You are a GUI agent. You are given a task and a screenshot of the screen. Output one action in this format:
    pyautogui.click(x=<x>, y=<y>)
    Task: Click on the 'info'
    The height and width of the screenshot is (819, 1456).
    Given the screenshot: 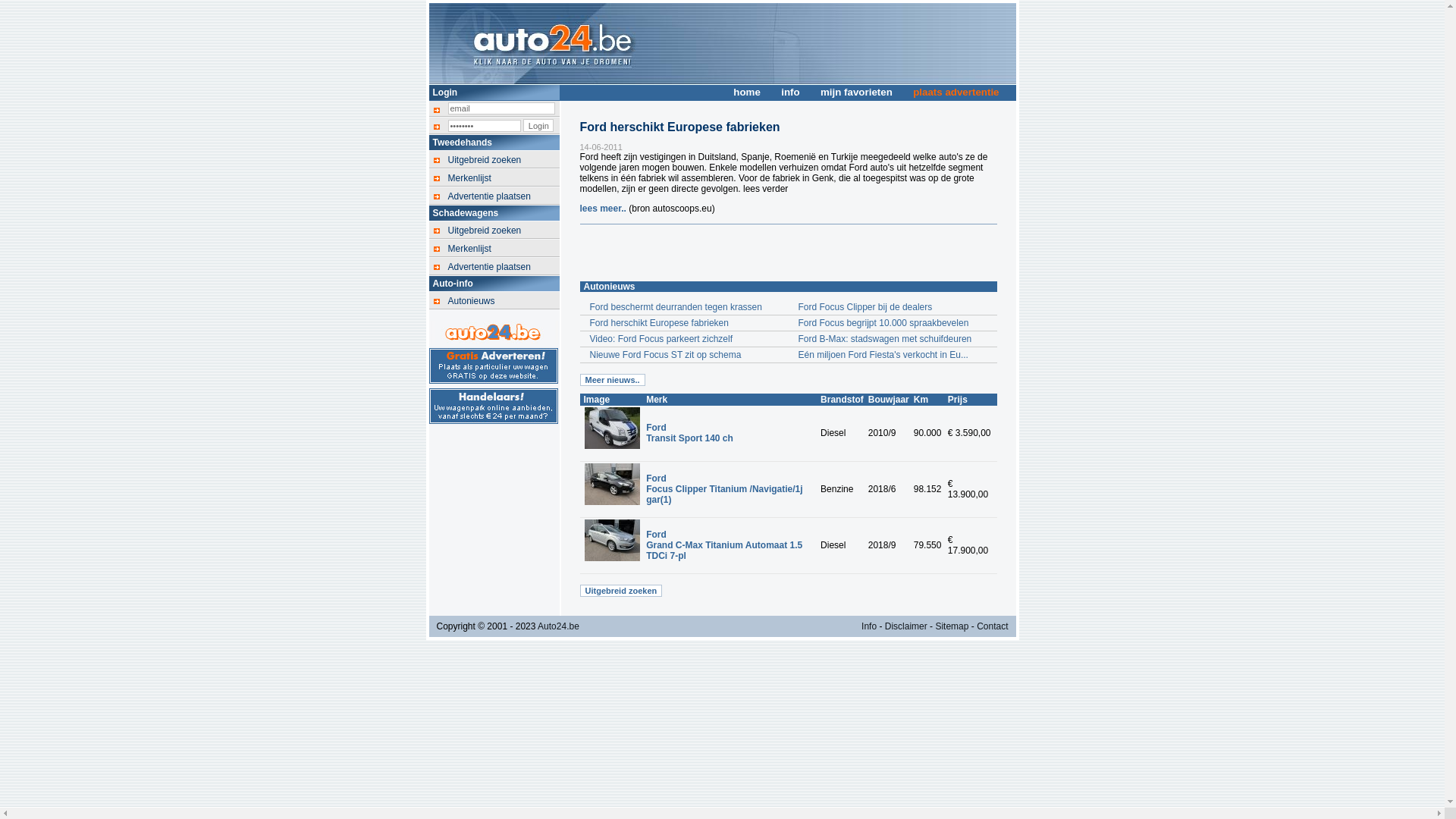 What is the action you would take?
    pyautogui.click(x=789, y=92)
    